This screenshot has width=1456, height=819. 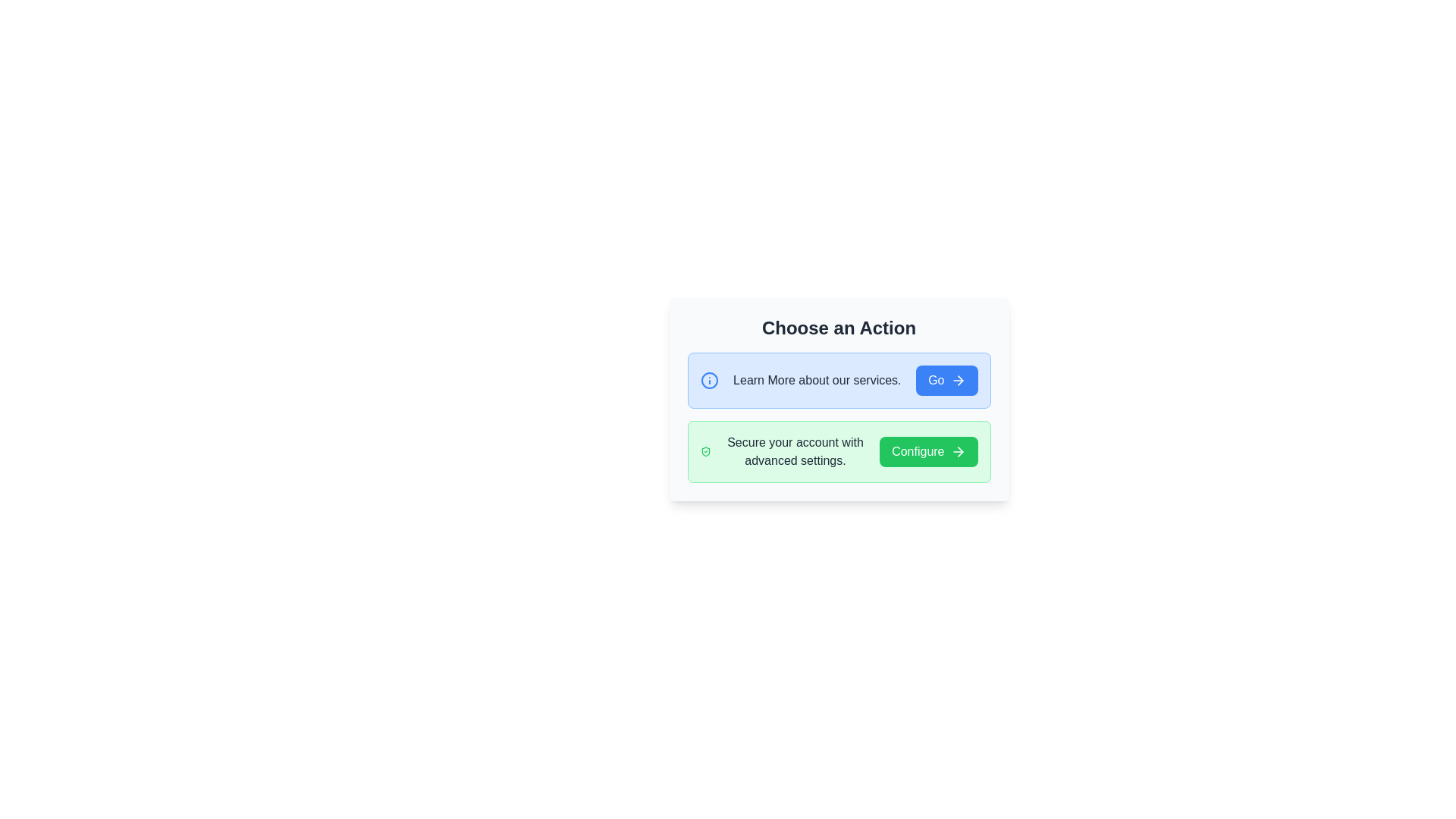 I want to click on the small right-pointing arrow icon located on the 'Go' button, which has a blue background and is positioned near the right edge of the button, so click(x=959, y=379).